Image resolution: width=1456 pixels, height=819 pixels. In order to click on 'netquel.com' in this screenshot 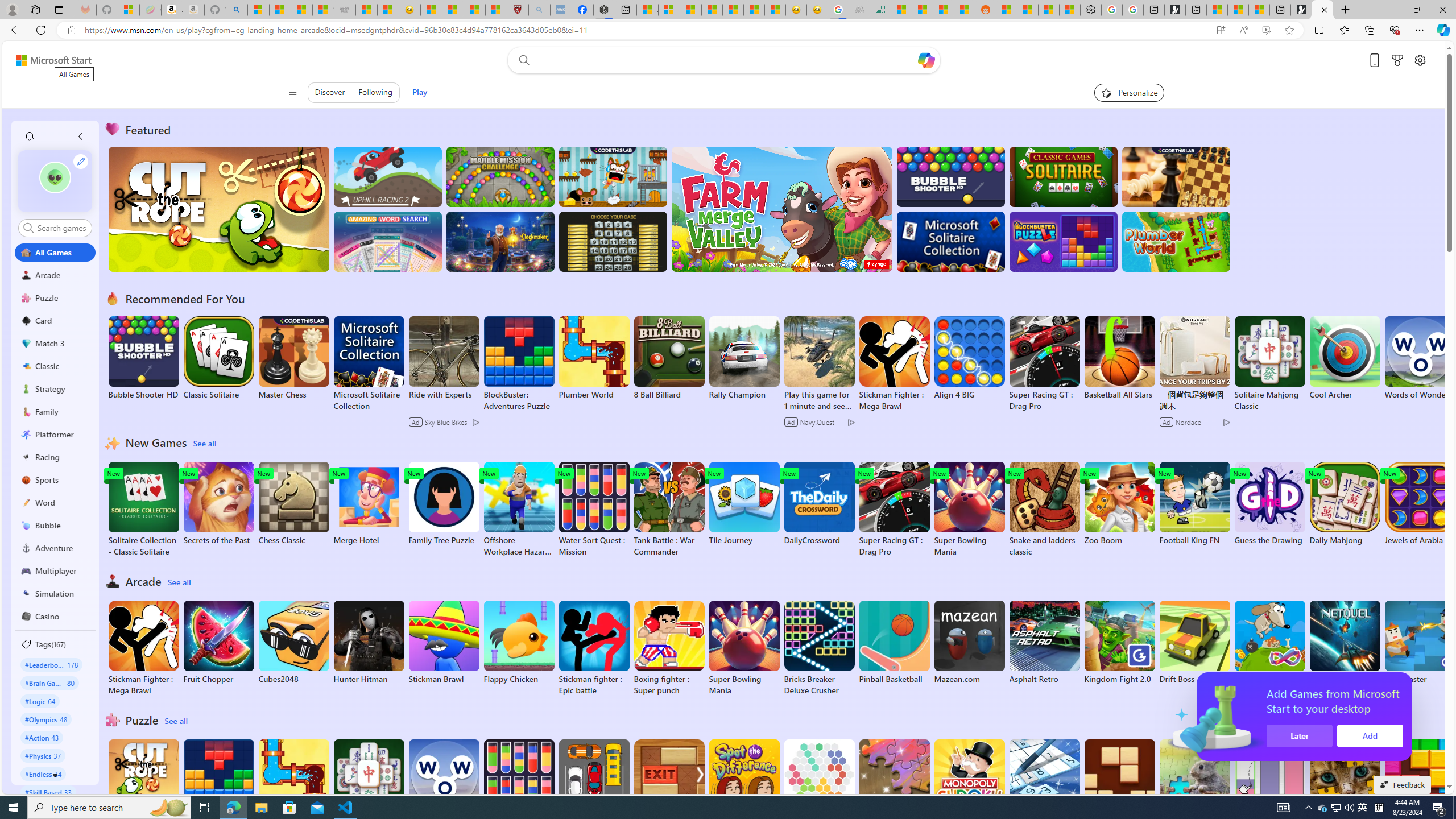, I will do `click(1345, 642)`.